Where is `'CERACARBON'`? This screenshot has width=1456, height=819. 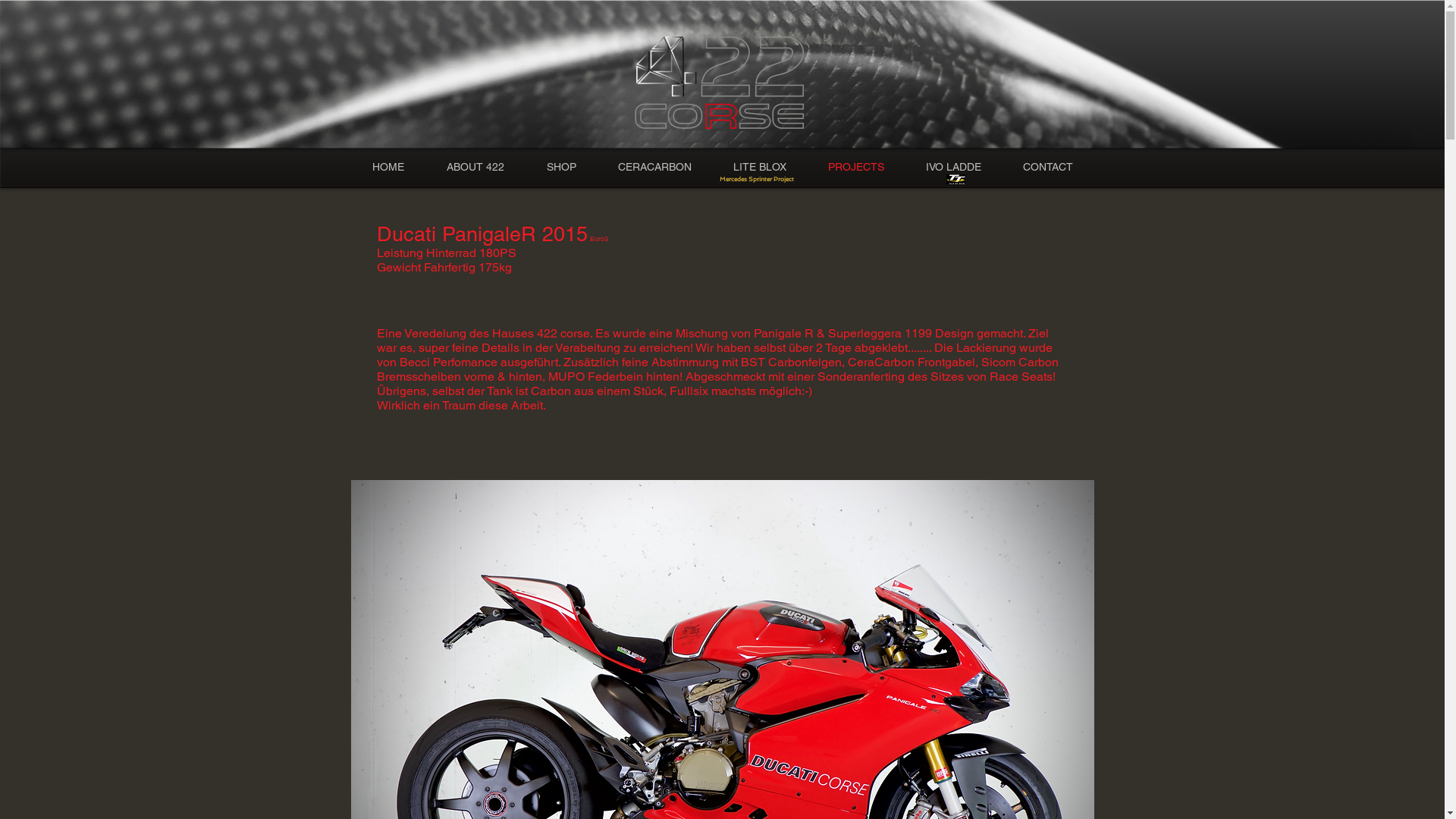
'CERACARBON' is located at coordinates (655, 167).